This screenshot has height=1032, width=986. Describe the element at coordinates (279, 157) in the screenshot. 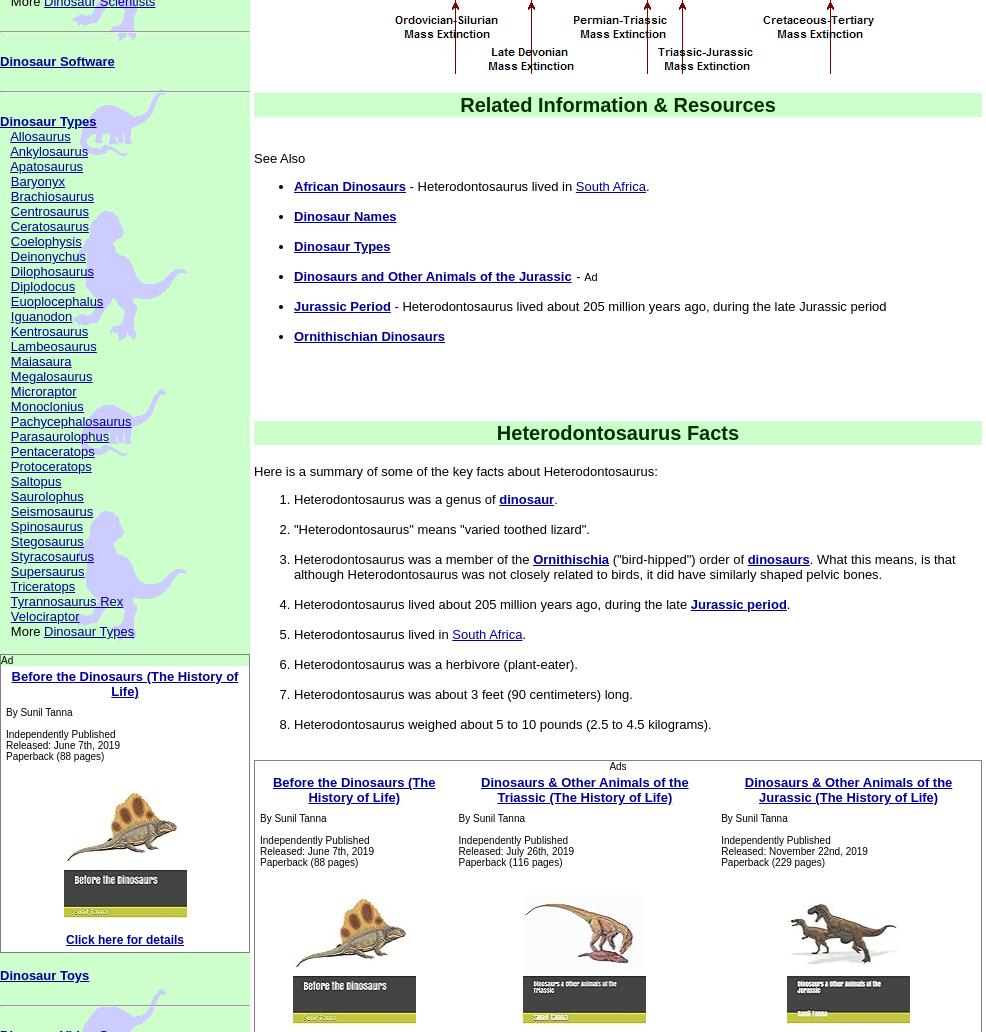

I see `'See Also'` at that location.